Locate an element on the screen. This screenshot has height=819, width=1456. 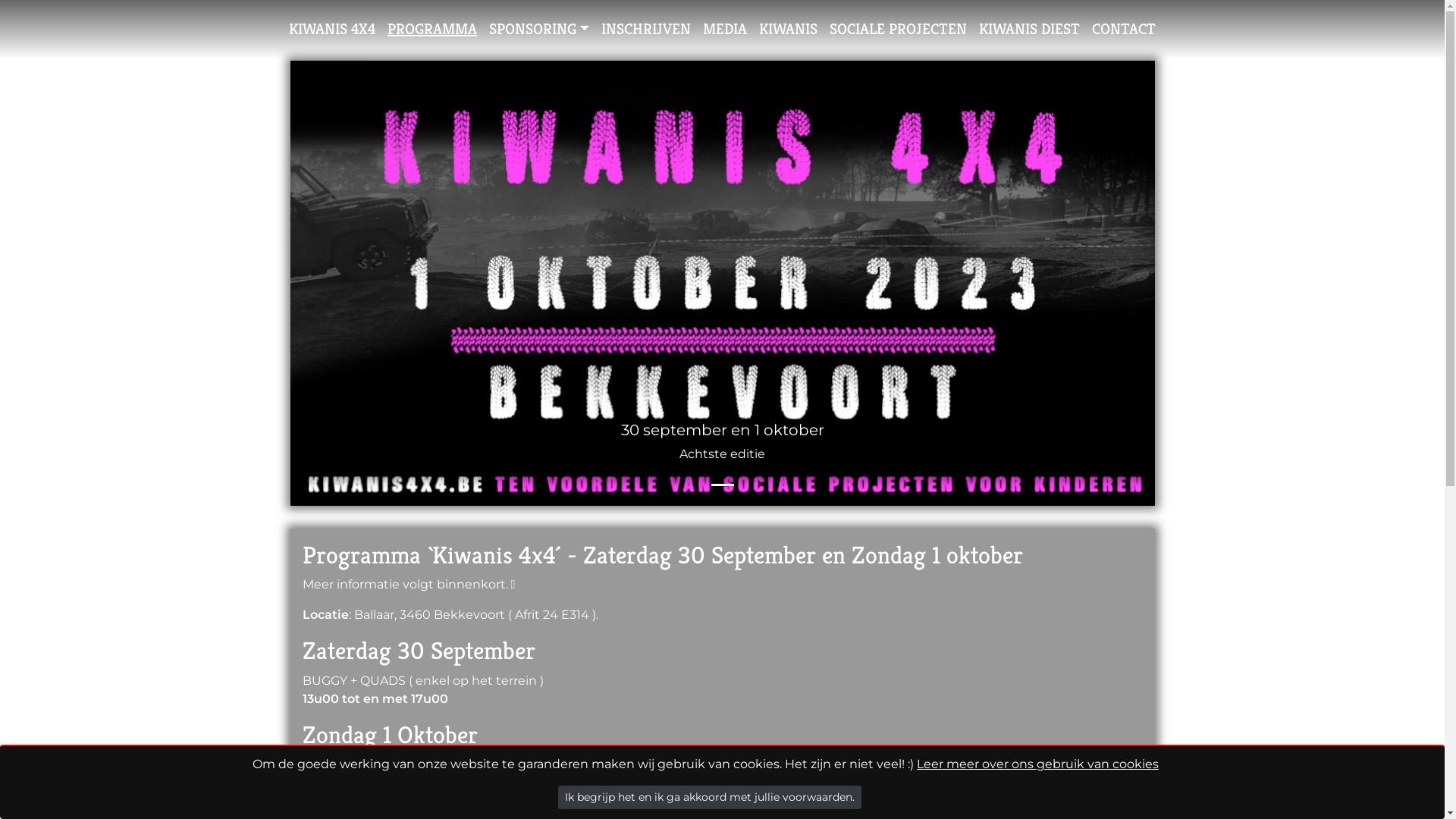
'SPONSORING' is located at coordinates (538, 29).